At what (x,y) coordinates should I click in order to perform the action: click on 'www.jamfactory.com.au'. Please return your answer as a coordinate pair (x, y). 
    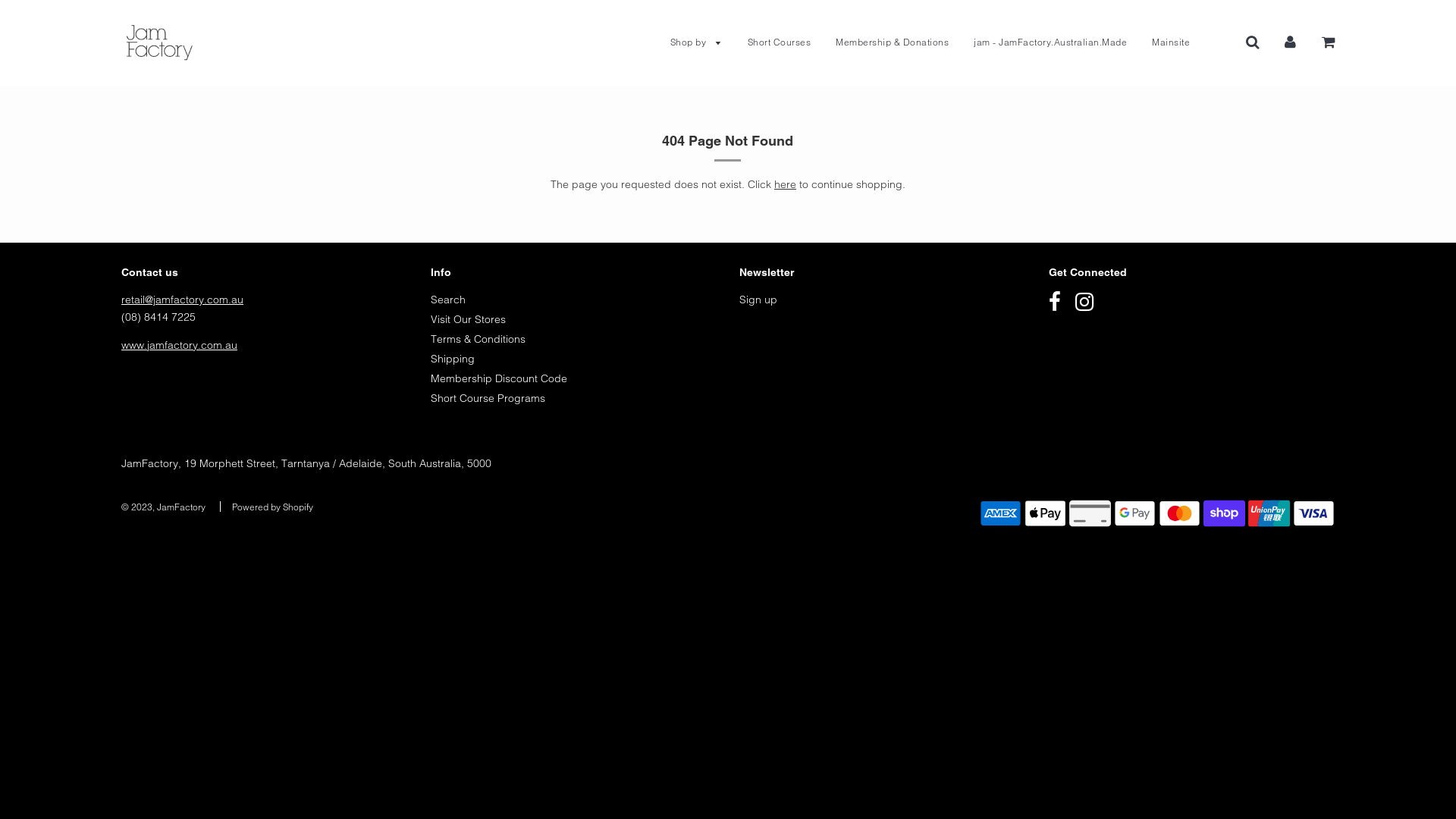
    Looking at the image, I should click on (120, 345).